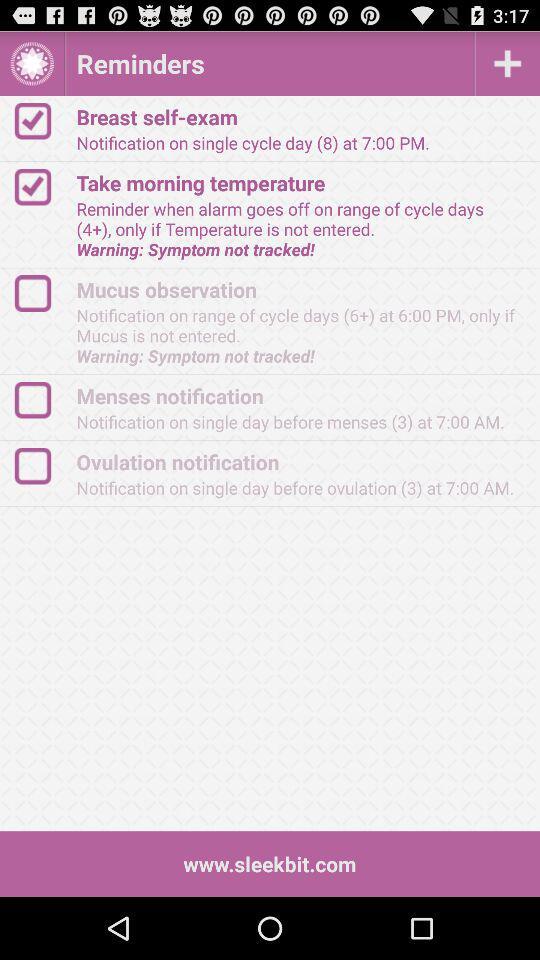  Describe the element at coordinates (42, 292) in the screenshot. I see `click on activity checklist box` at that location.